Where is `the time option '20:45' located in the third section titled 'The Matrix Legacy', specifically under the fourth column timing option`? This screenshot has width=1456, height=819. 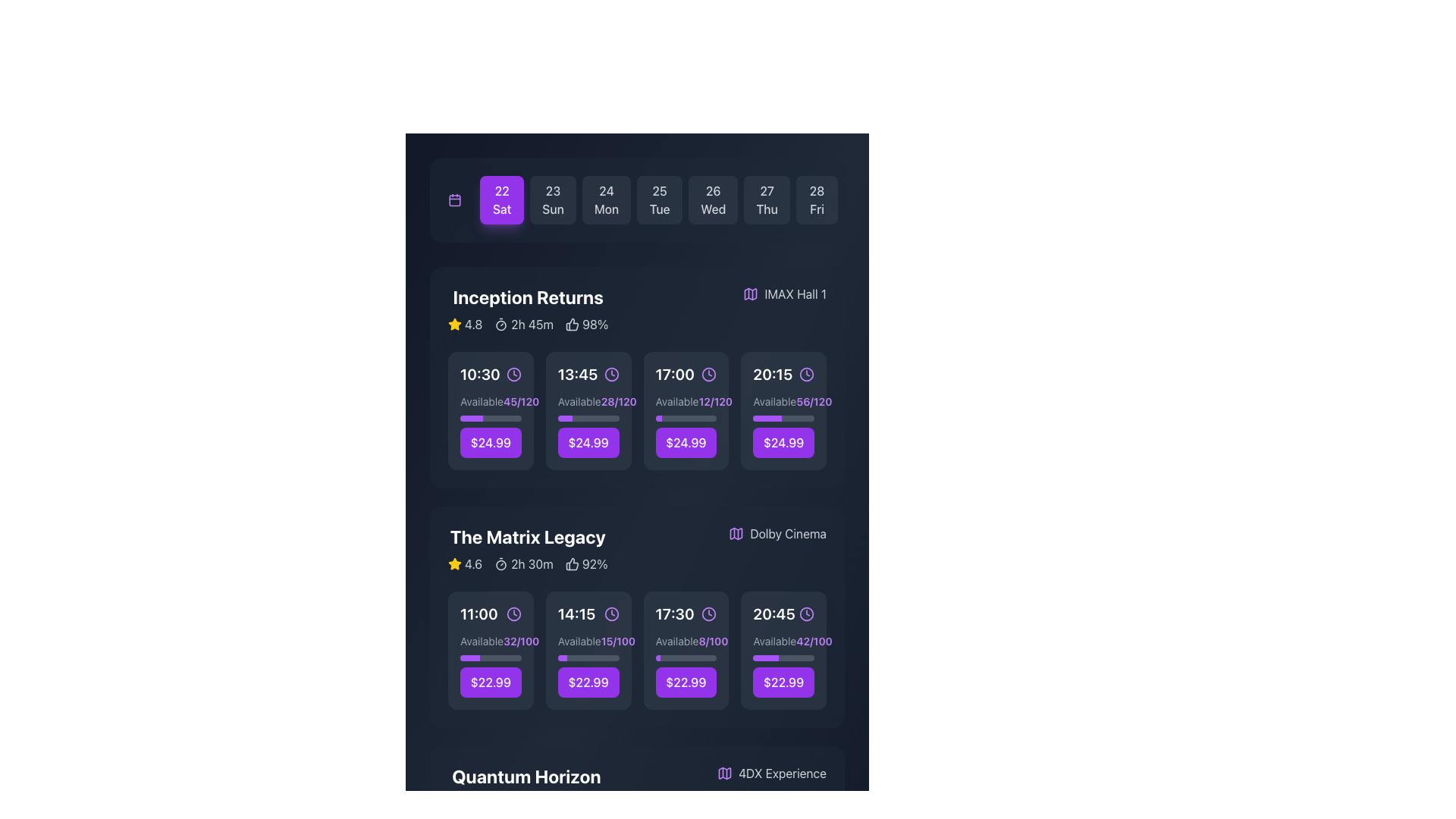
the time option '20:45' located in the third section titled 'The Matrix Legacy', specifically under the fourth column timing option is located at coordinates (774, 614).